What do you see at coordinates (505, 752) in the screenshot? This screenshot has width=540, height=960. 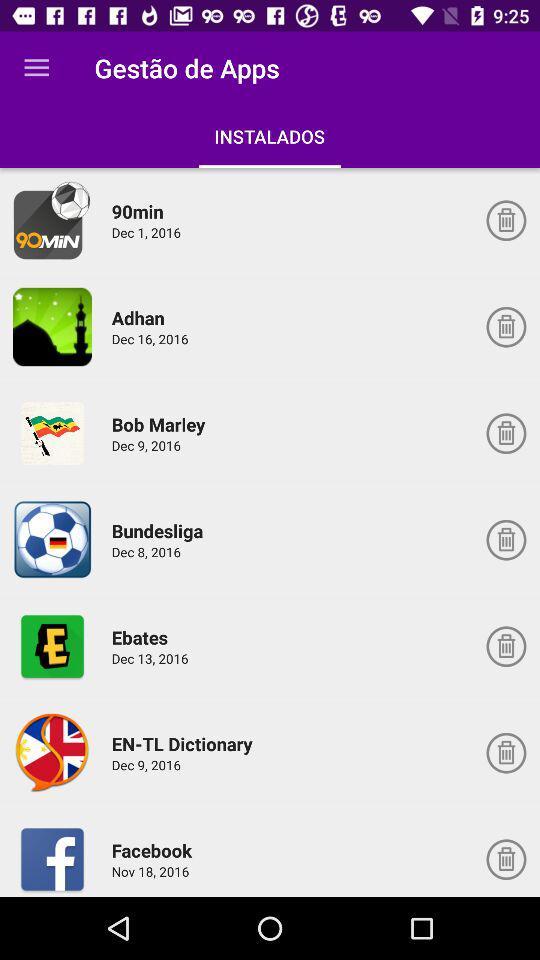 I see `delete` at bounding box center [505, 752].